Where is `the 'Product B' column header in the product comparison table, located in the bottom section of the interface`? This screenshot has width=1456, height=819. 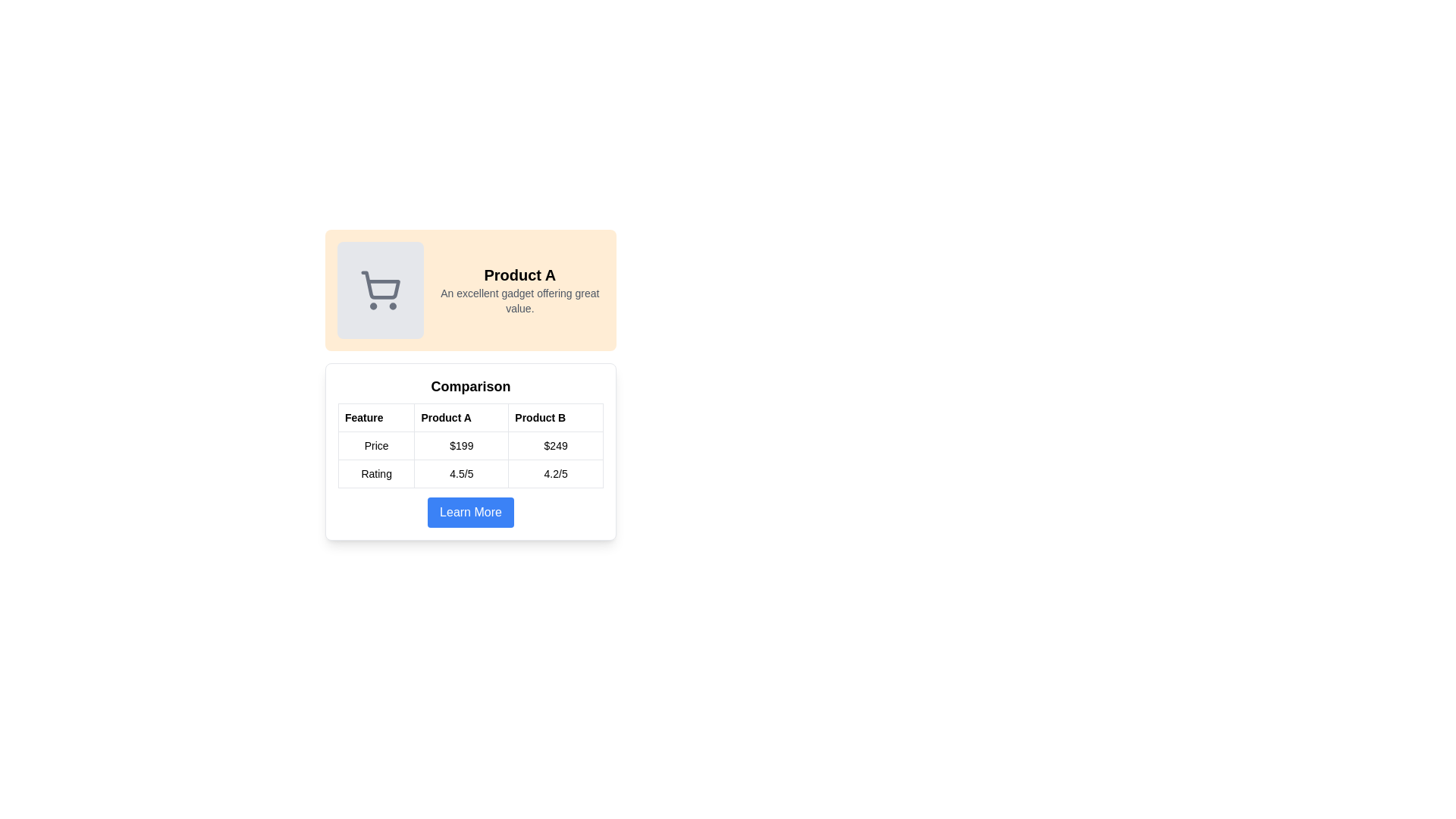 the 'Product B' column header in the product comparison table, located in the bottom section of the interface is located at coordinates (555, 418).